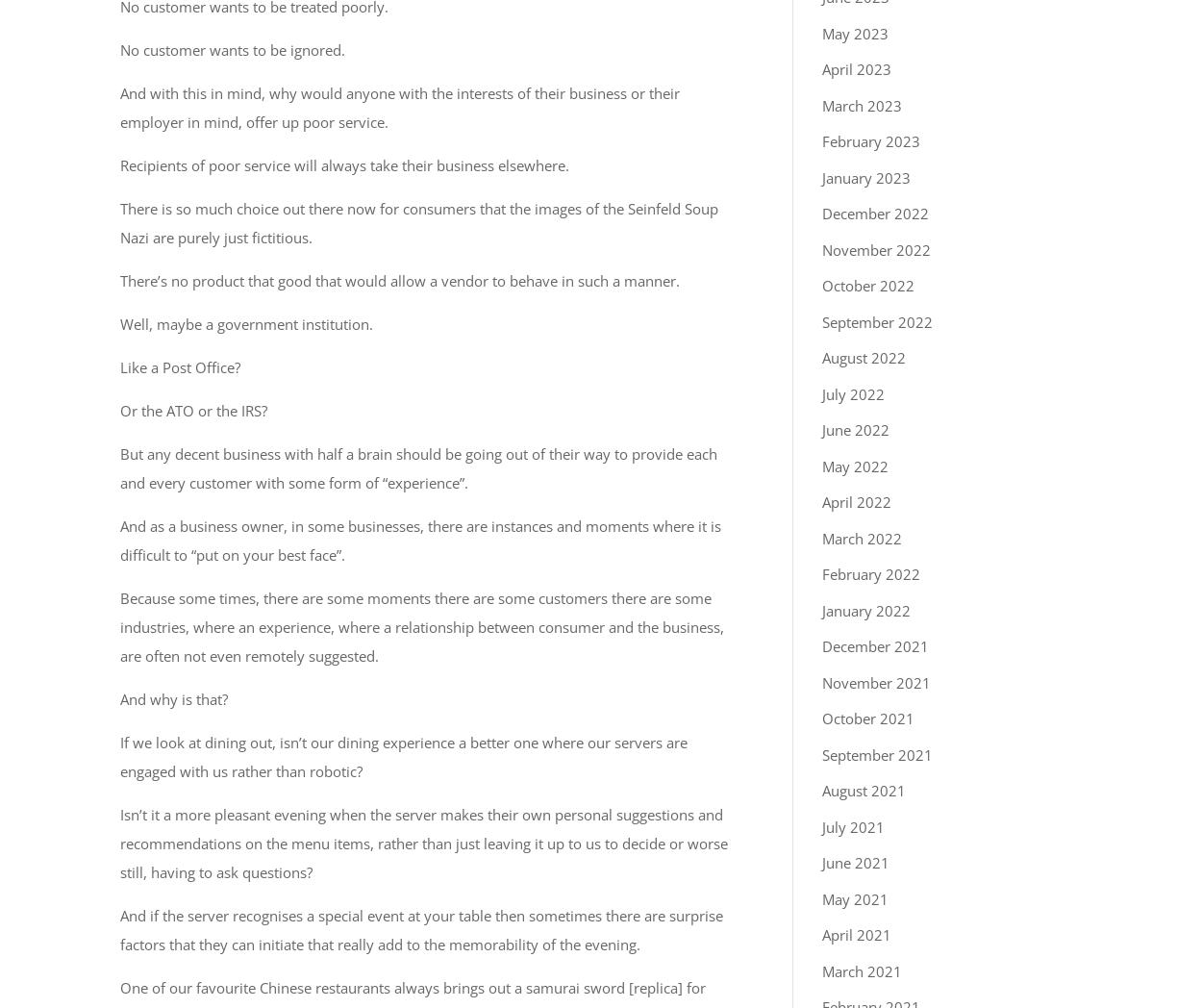 The width and height of the screenshot is (1202, 1008). Describe the element at coordinates (877, 754) in the screenshot. I see `'September 2021'` at that location.